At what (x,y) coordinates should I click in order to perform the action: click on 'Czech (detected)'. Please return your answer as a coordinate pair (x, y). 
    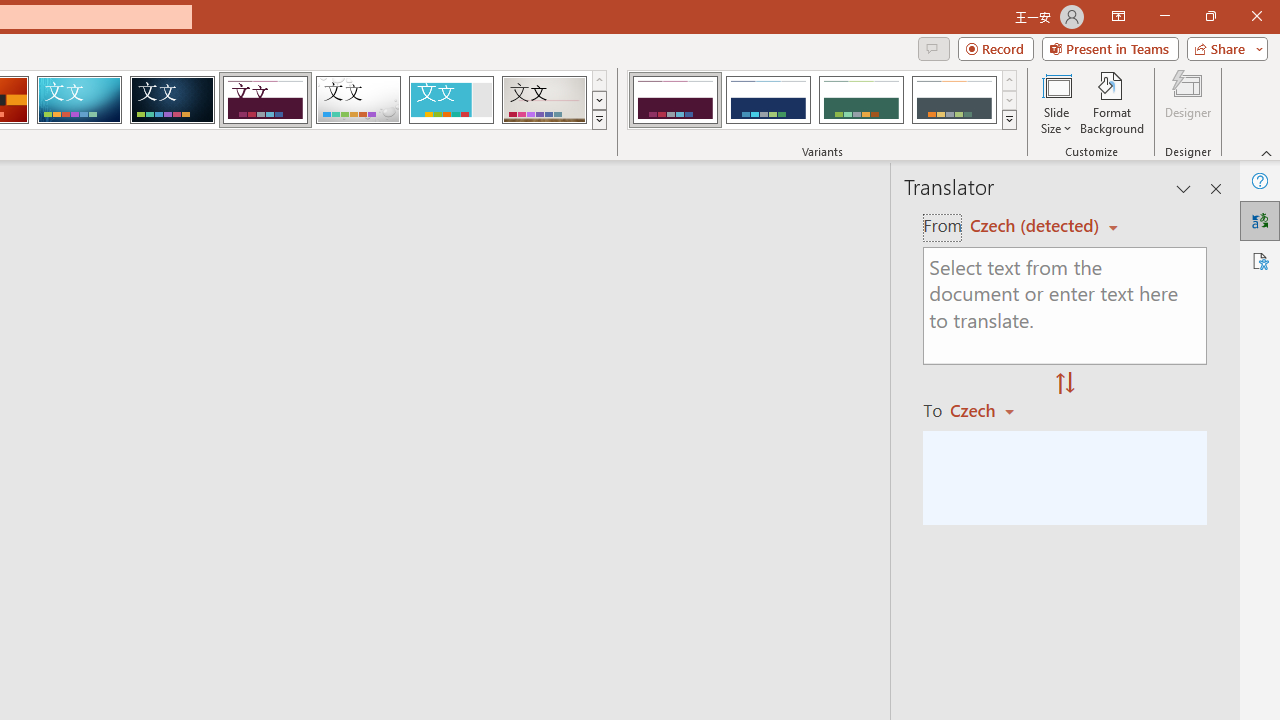
    Looking at the image, I should click on (1037, 225).